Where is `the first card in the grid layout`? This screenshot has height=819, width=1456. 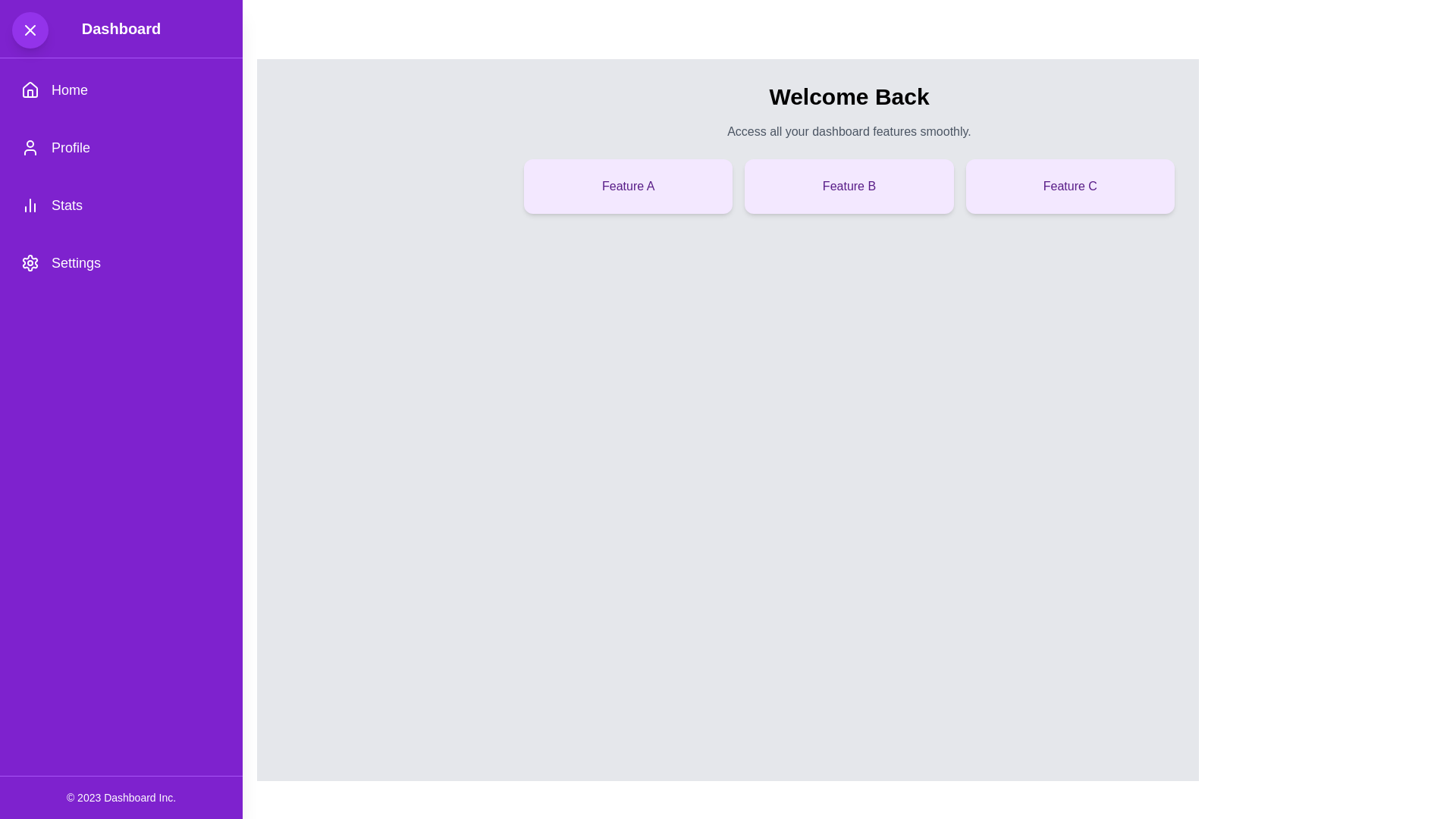
the first card in the grid layout is located at coordinates (628, 186).